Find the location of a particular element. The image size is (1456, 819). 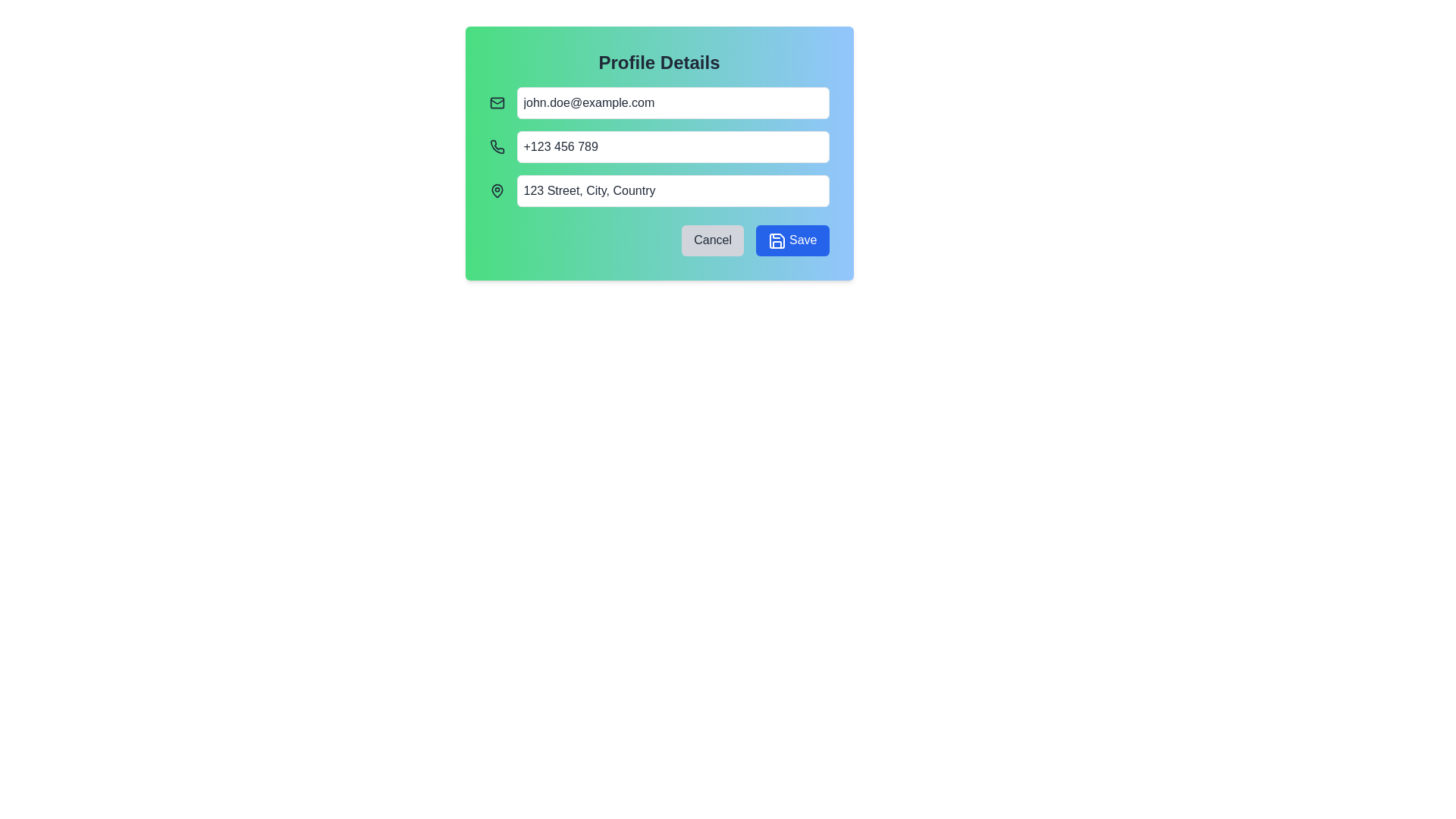

the body rectangle portion of the envelope icon that indicates an email-related context, located to the left of the email input field is located at coordinates (497, 102).